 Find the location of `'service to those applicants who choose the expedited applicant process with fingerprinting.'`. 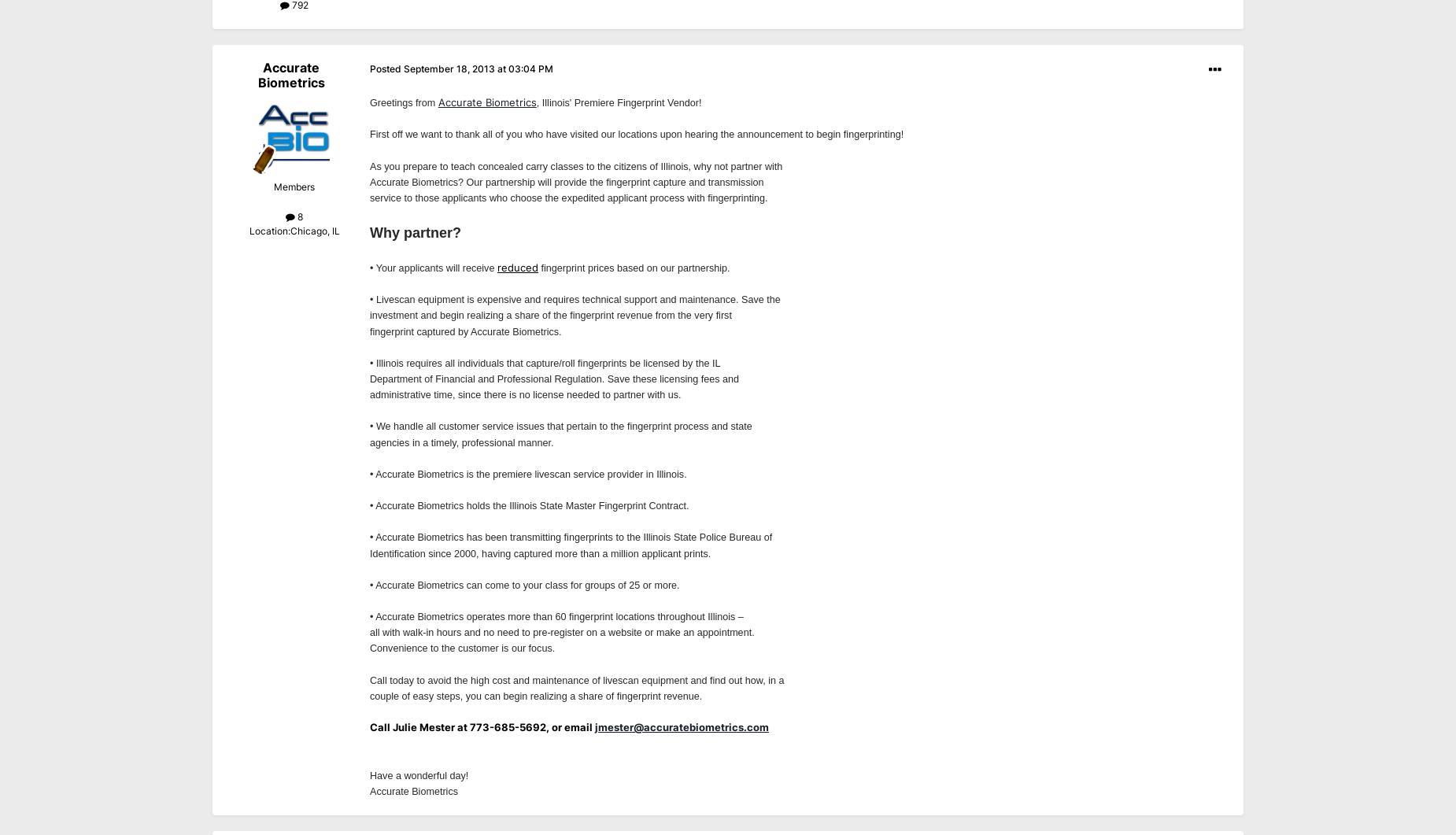

'service to those applicants who choose the expedited applicant process with fingerprinting.' is located at coordinates (370, 197).